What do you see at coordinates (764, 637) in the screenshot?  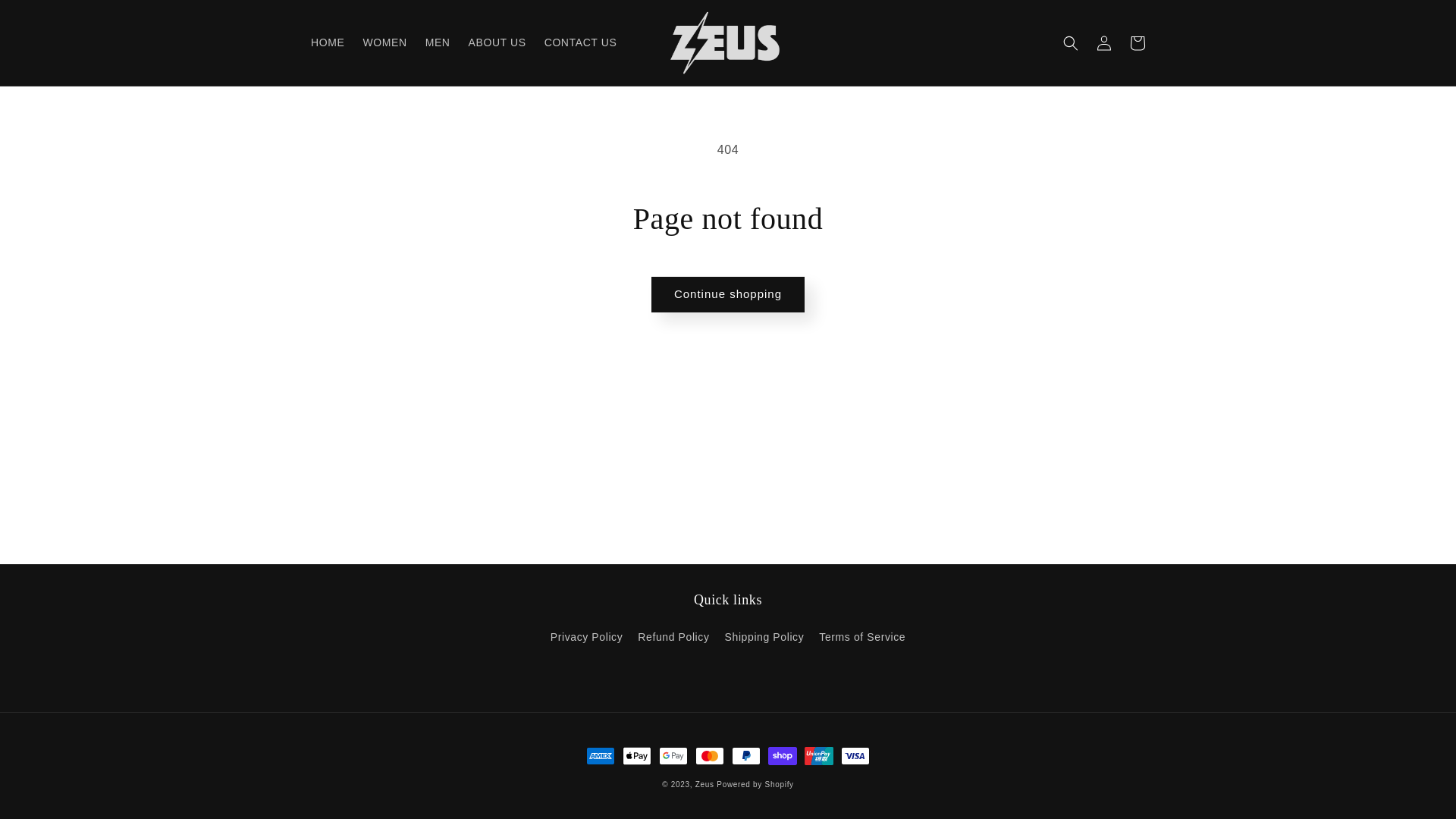 I see `'Shipping Policy'` at bounding box center [764, 637].